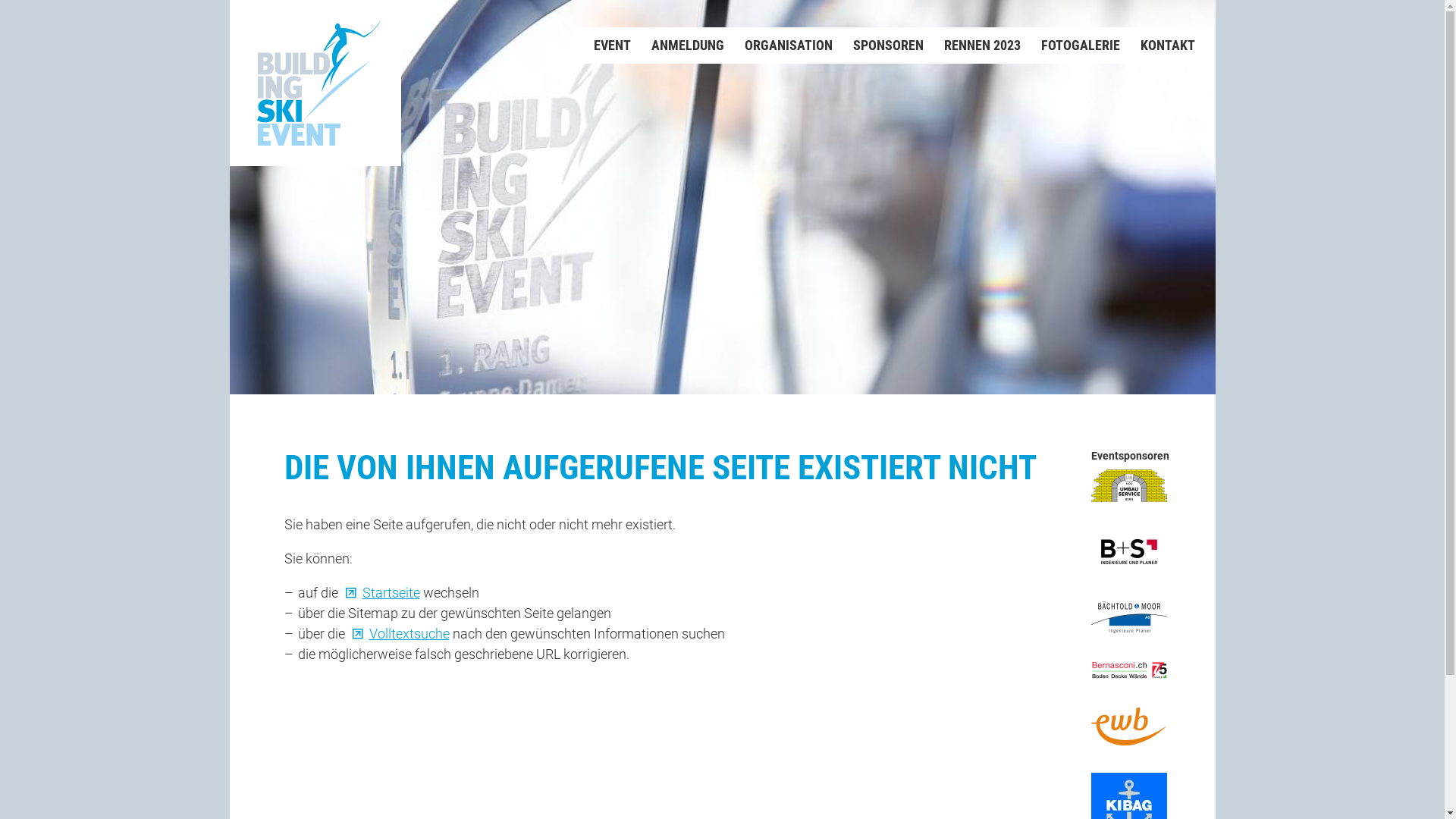 The image size is (1456, 819). What do you see at coordinates (877, 45) in the screenshot?
I see `'SPONSOREN'` at bounding box center [877, 45].